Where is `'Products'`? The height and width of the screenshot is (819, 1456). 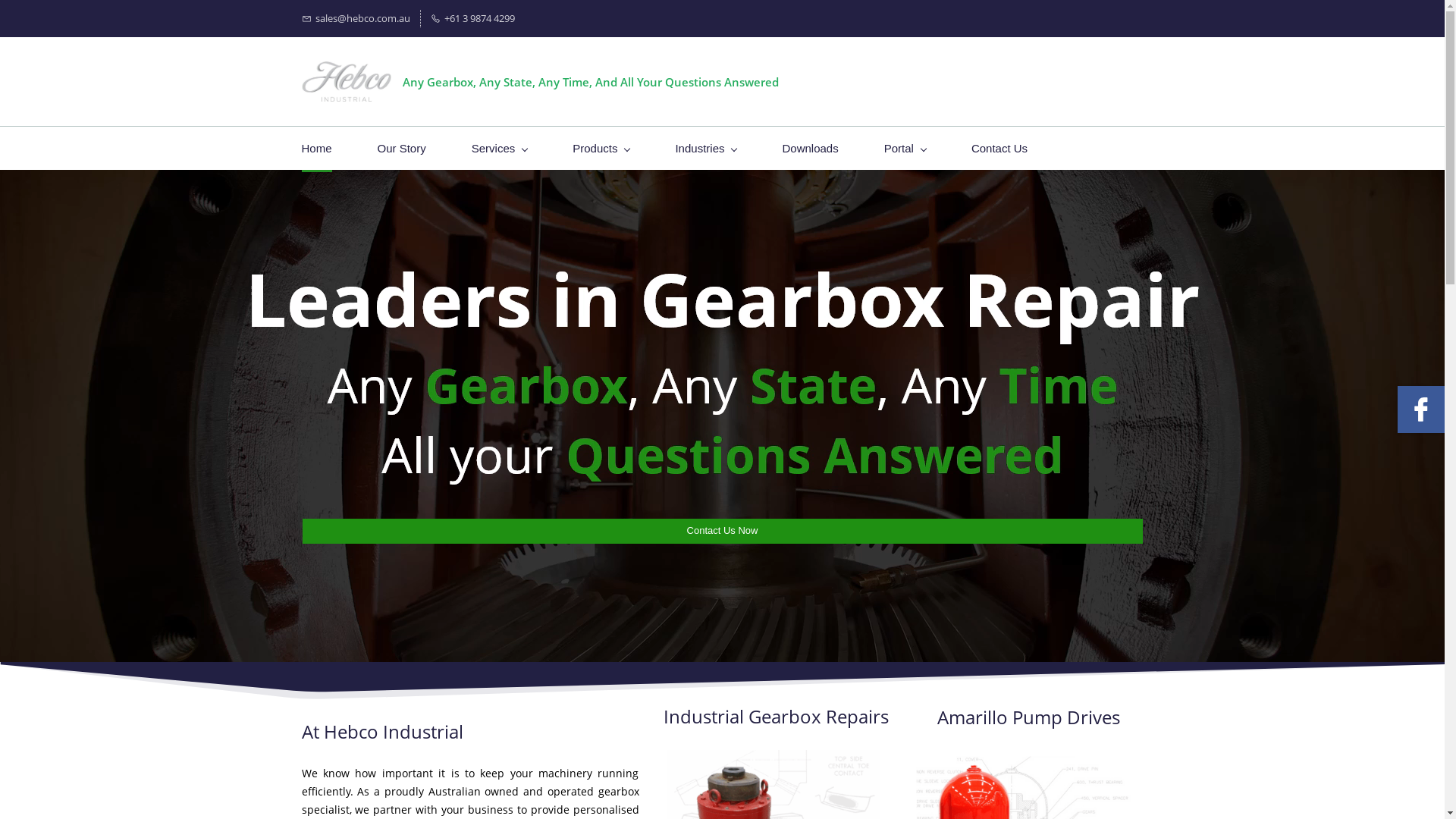 'Products' is located at coordinates (600, 148).